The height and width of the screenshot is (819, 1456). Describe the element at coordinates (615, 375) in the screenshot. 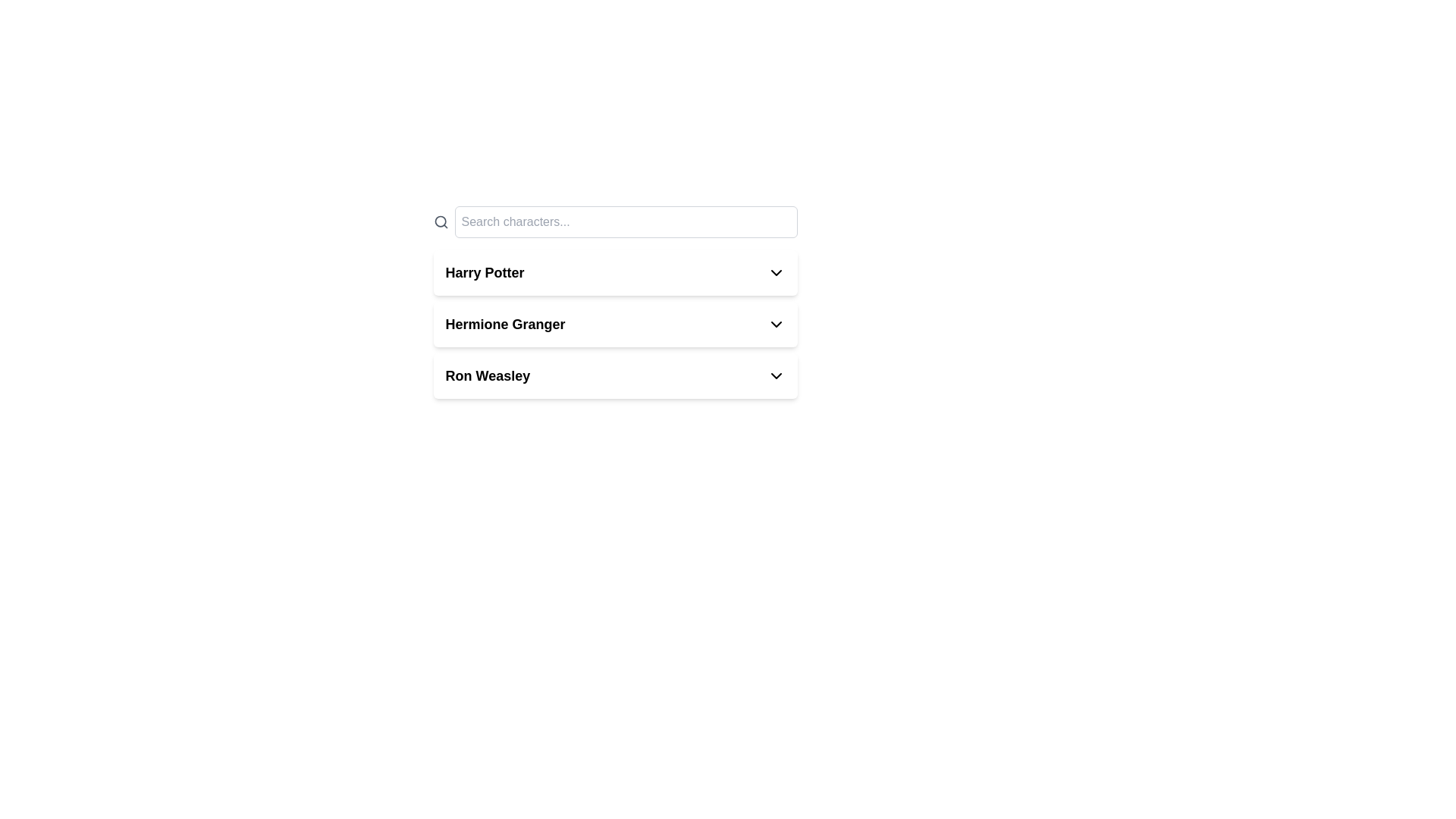

I see `the dropdown menu option labeled 'Ron Weasley', which is the third item in a list` at that location.